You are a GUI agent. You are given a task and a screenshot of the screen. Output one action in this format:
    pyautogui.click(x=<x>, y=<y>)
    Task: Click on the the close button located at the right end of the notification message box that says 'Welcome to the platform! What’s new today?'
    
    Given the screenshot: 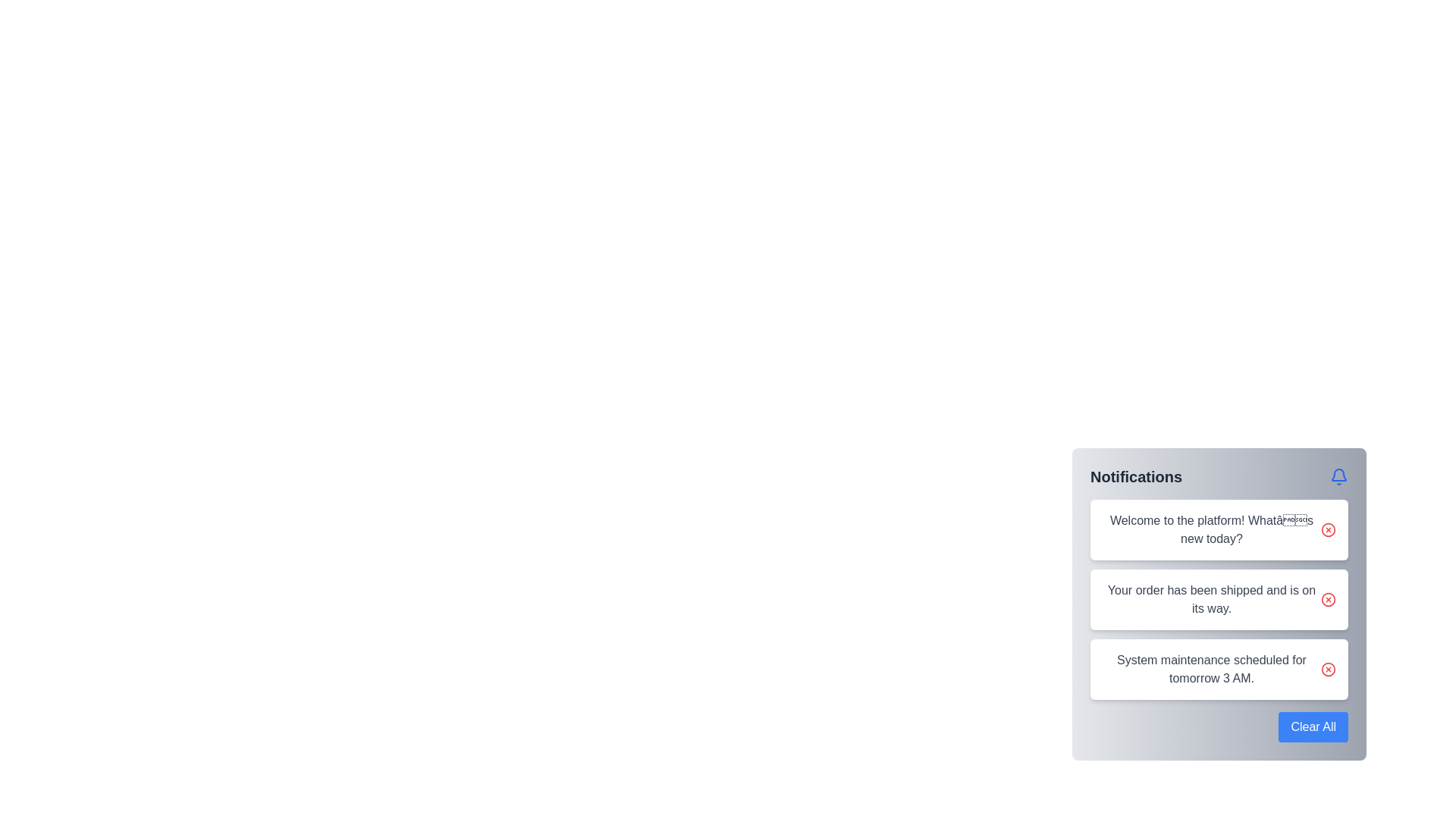 What is the action you would take?
    pyautogui.click(x=1328, y=529)
    